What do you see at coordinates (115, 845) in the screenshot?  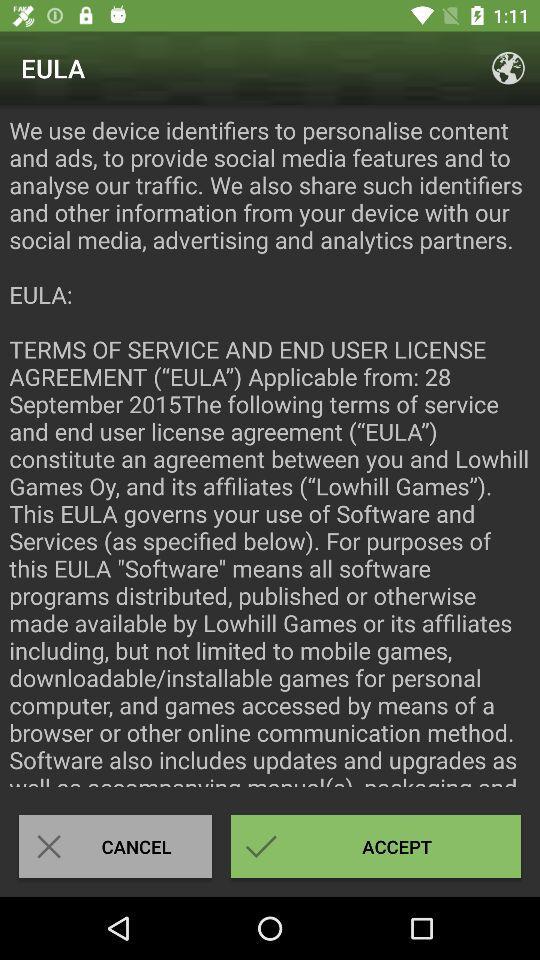 I see `item to the left of accept` at bounding box center [115, 845].